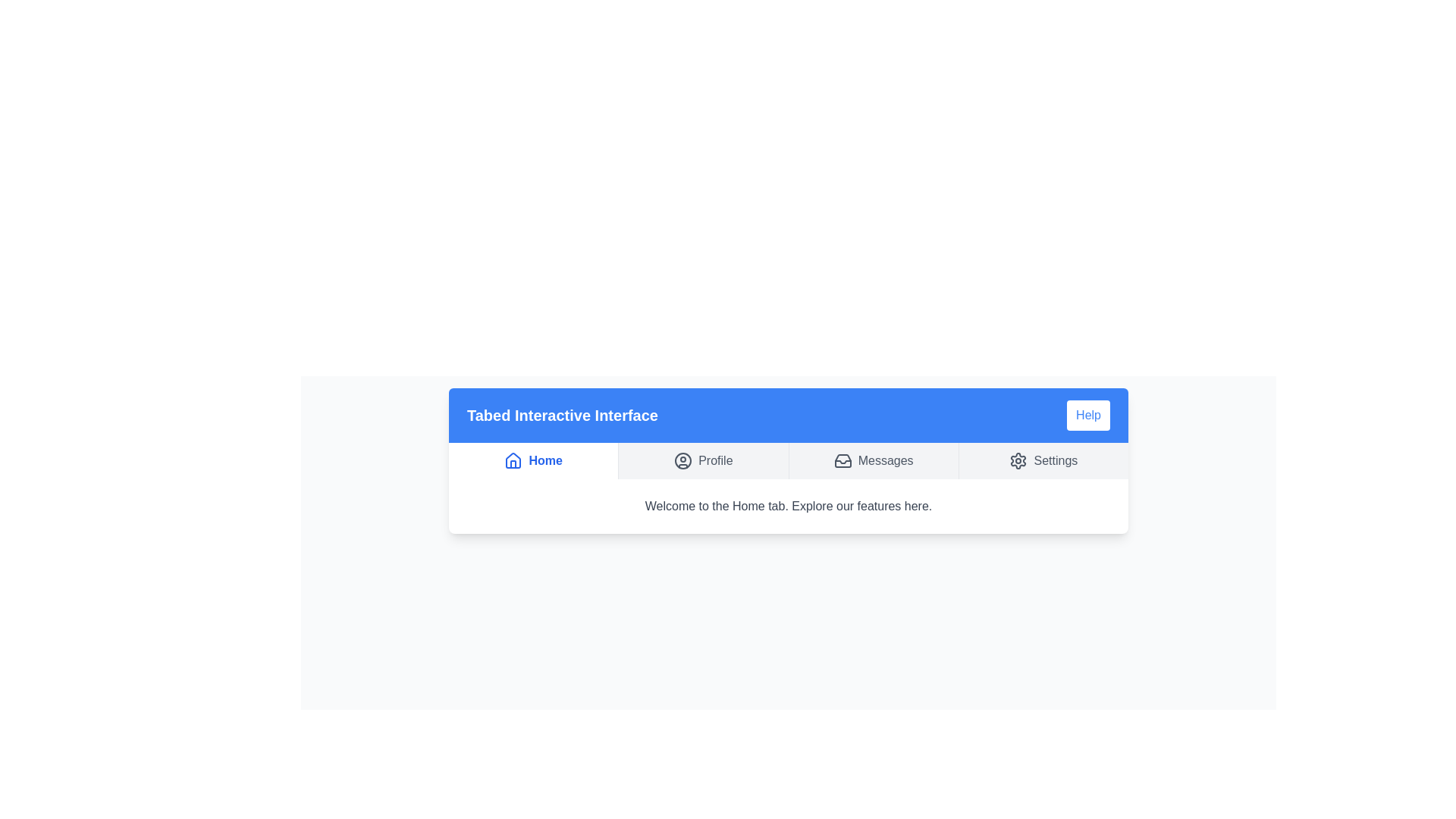 This screenshot has width=1456, height=819. What do you see at coordinates (533, 460) in the screenshot?
I see `the 'Home' text label in the navigation bar to trigger hover effects` at bounding box center [533, 460].